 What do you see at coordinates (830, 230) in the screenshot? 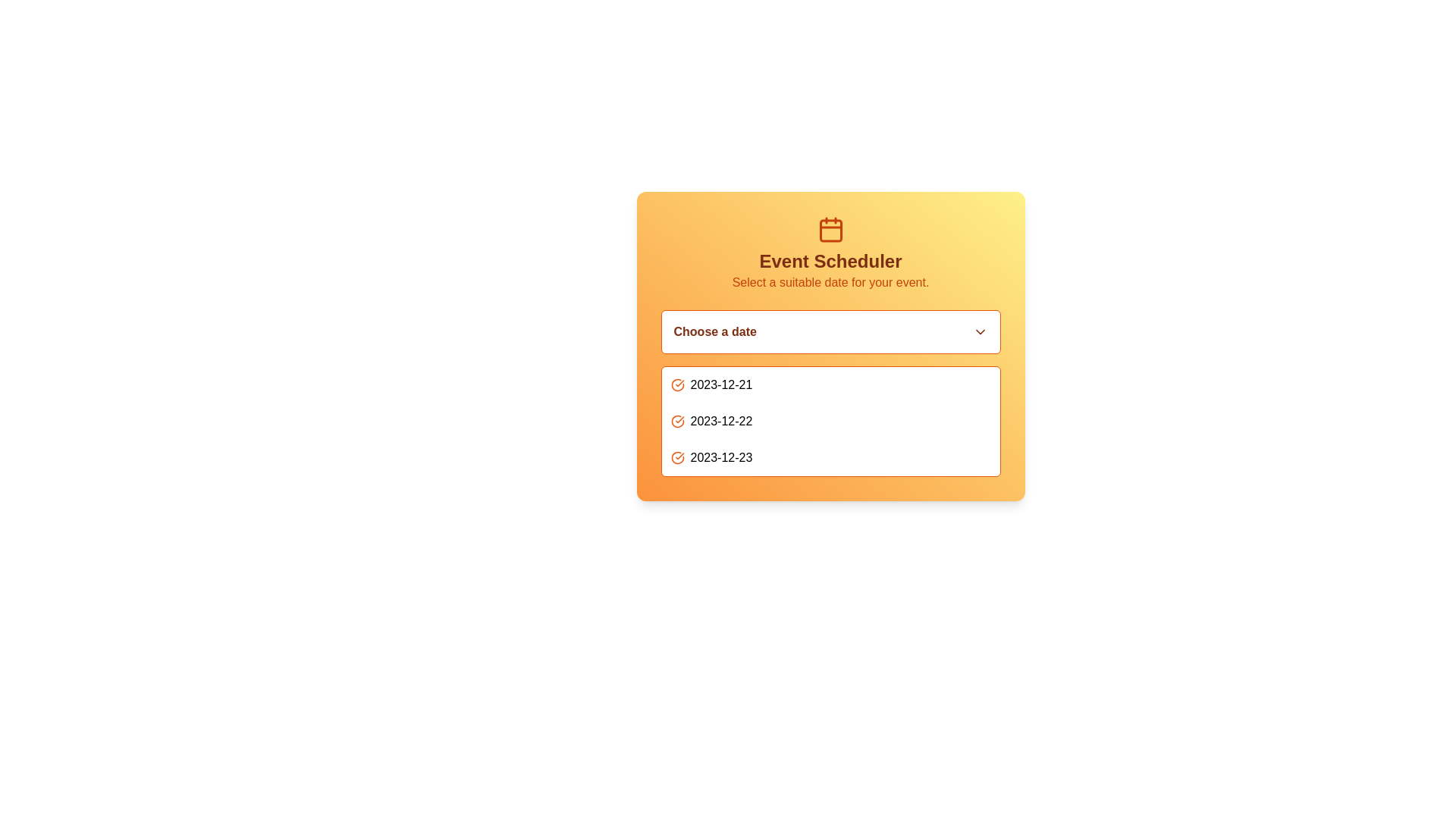
I see `the calendar icon located above the 'Event Scheduler' heading in the interface` at bounding box center [830, 230].